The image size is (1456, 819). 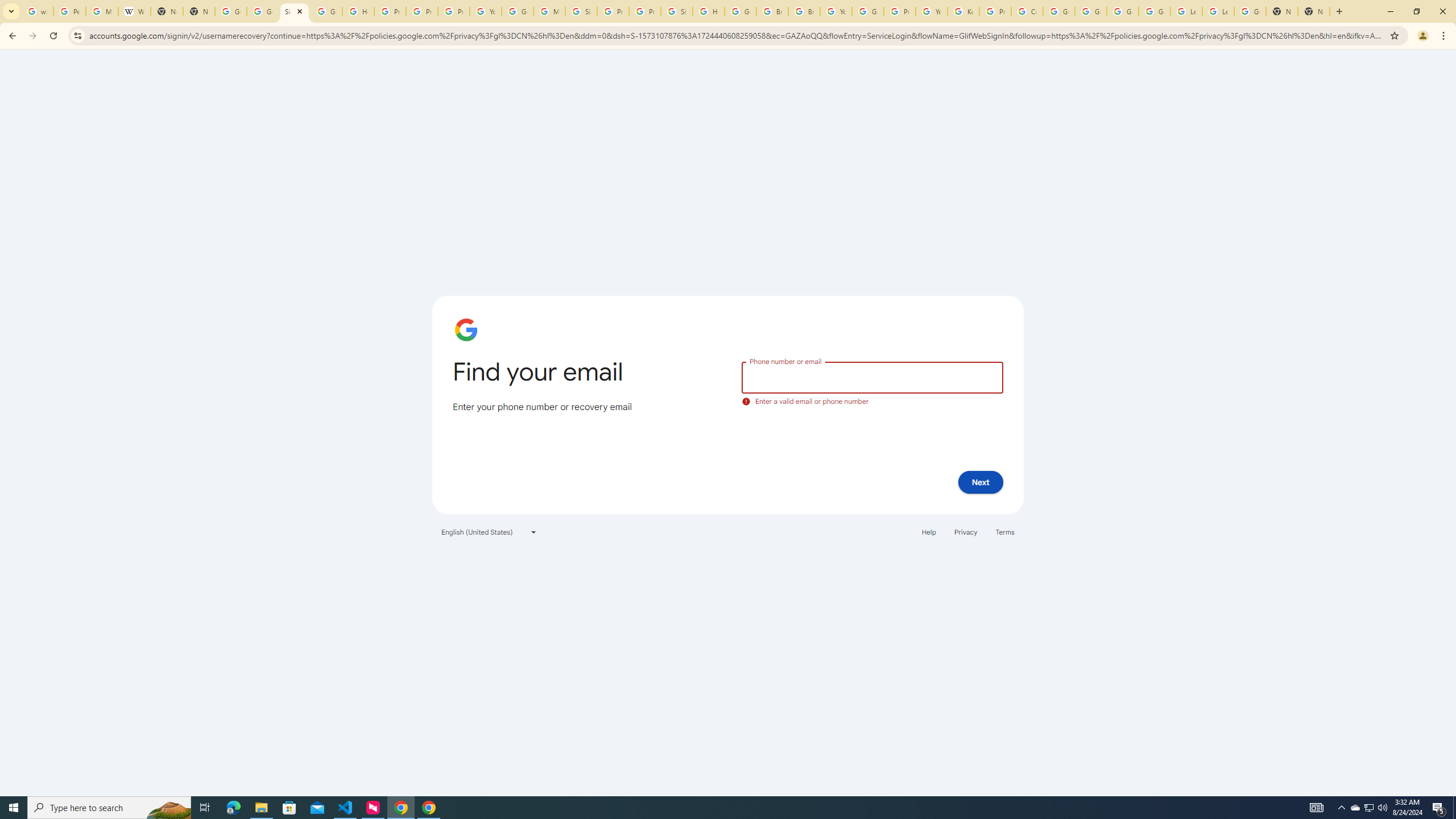 I want to click on 'Create your Google Account', so click(x=1027, y=11).